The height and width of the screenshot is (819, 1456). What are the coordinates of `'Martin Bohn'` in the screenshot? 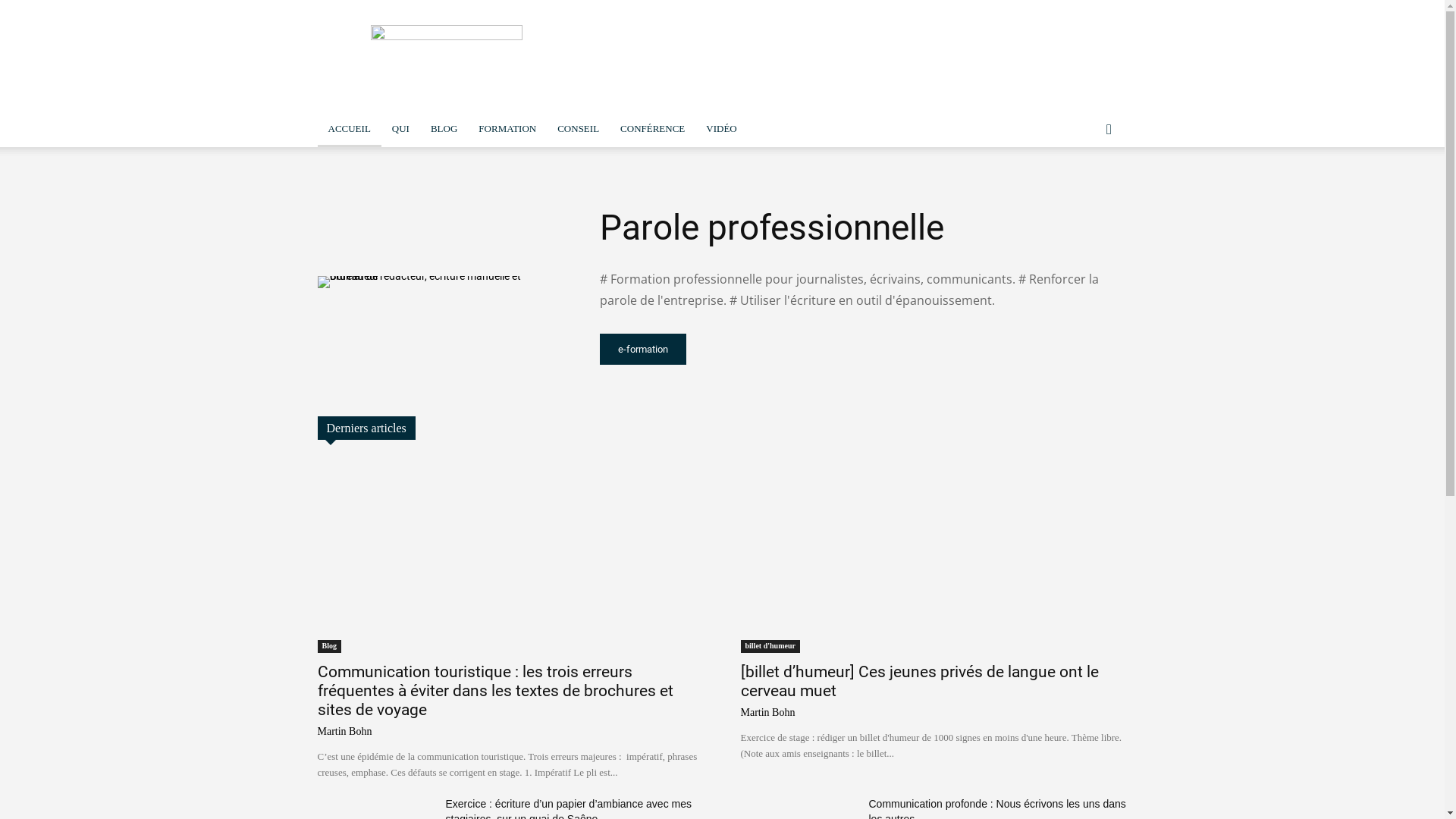 It's located at (767, 712).